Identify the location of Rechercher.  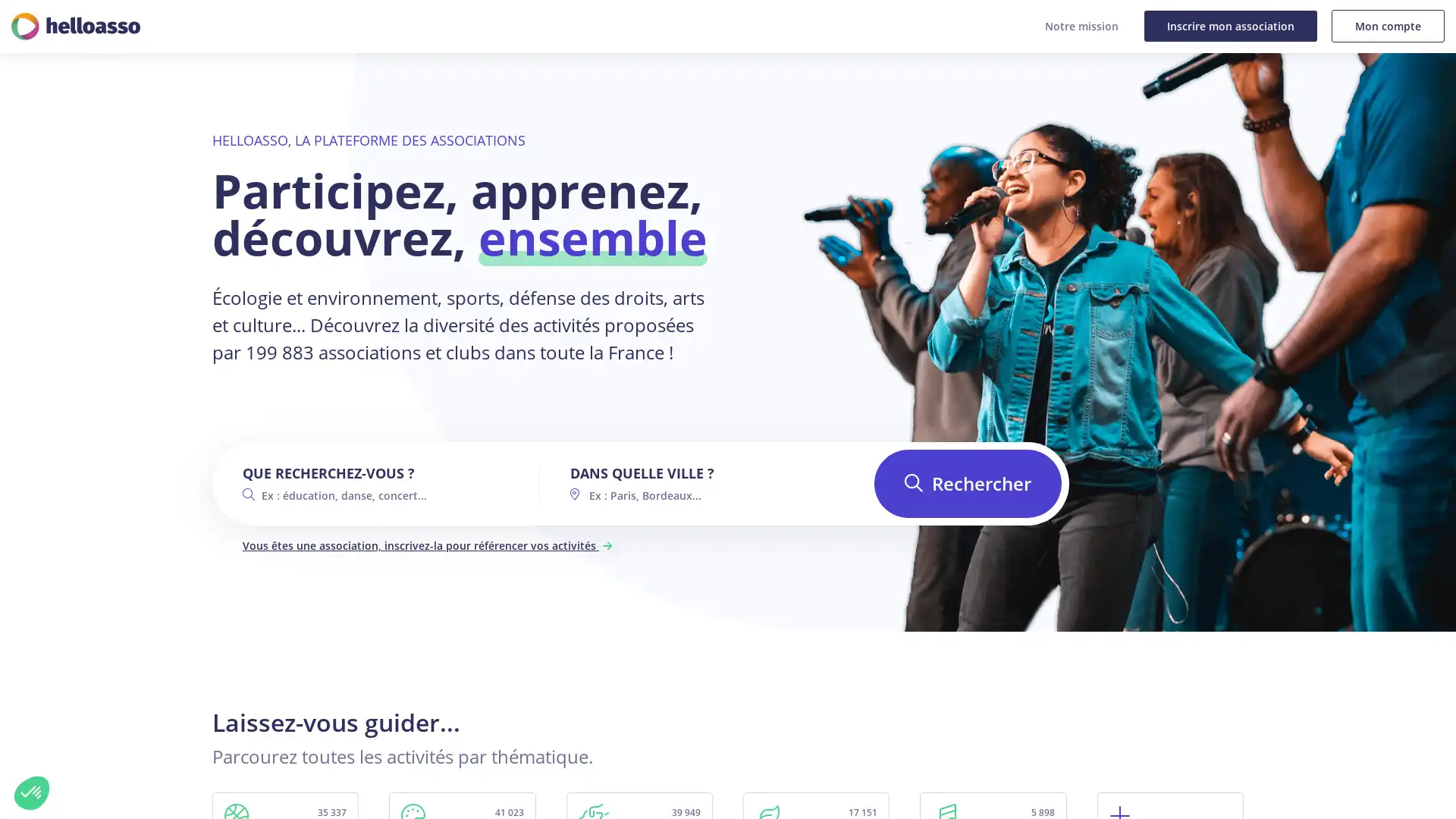
(967, 482).